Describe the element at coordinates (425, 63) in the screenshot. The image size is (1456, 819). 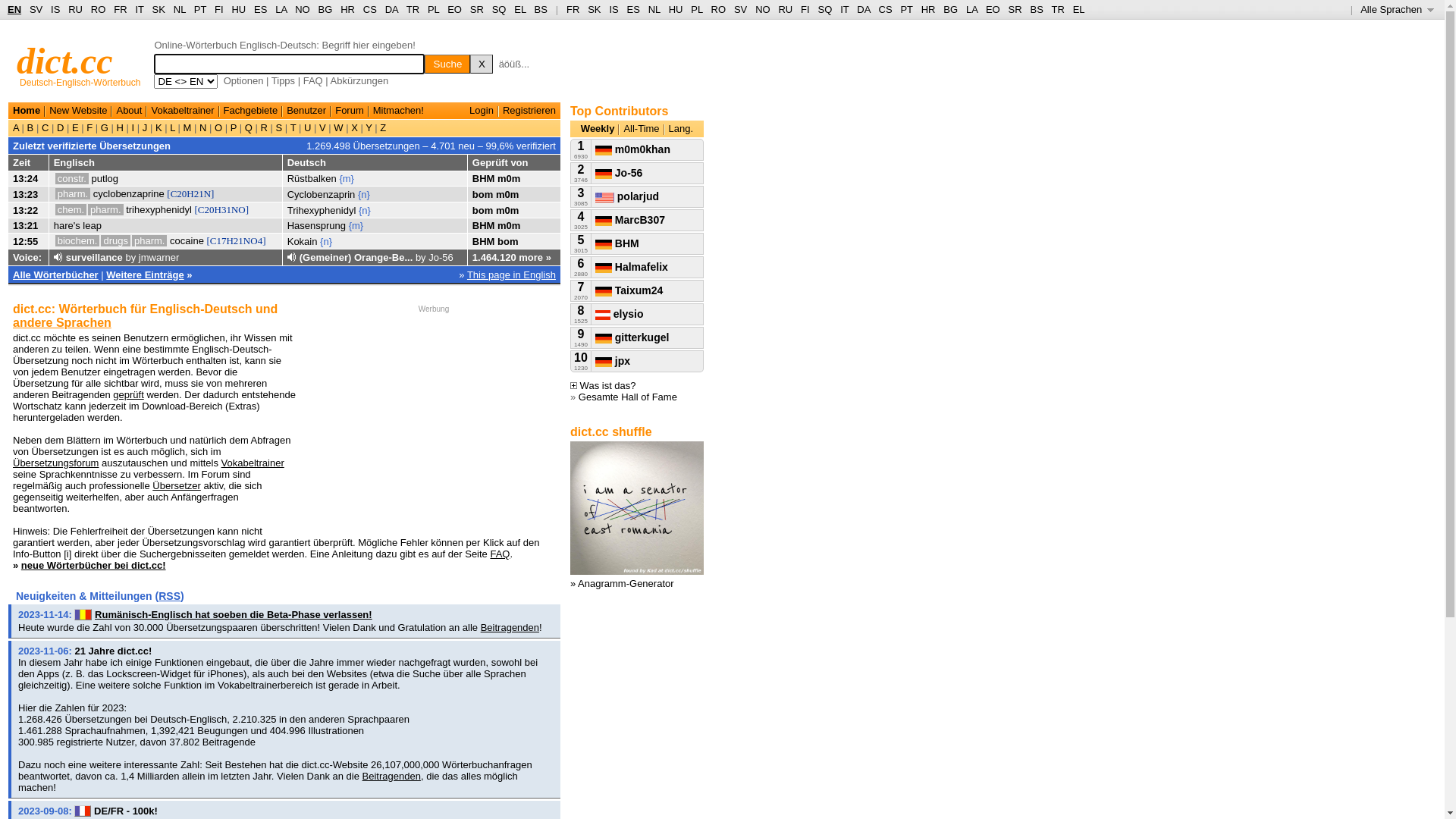
I see `'Suche'` at that location.